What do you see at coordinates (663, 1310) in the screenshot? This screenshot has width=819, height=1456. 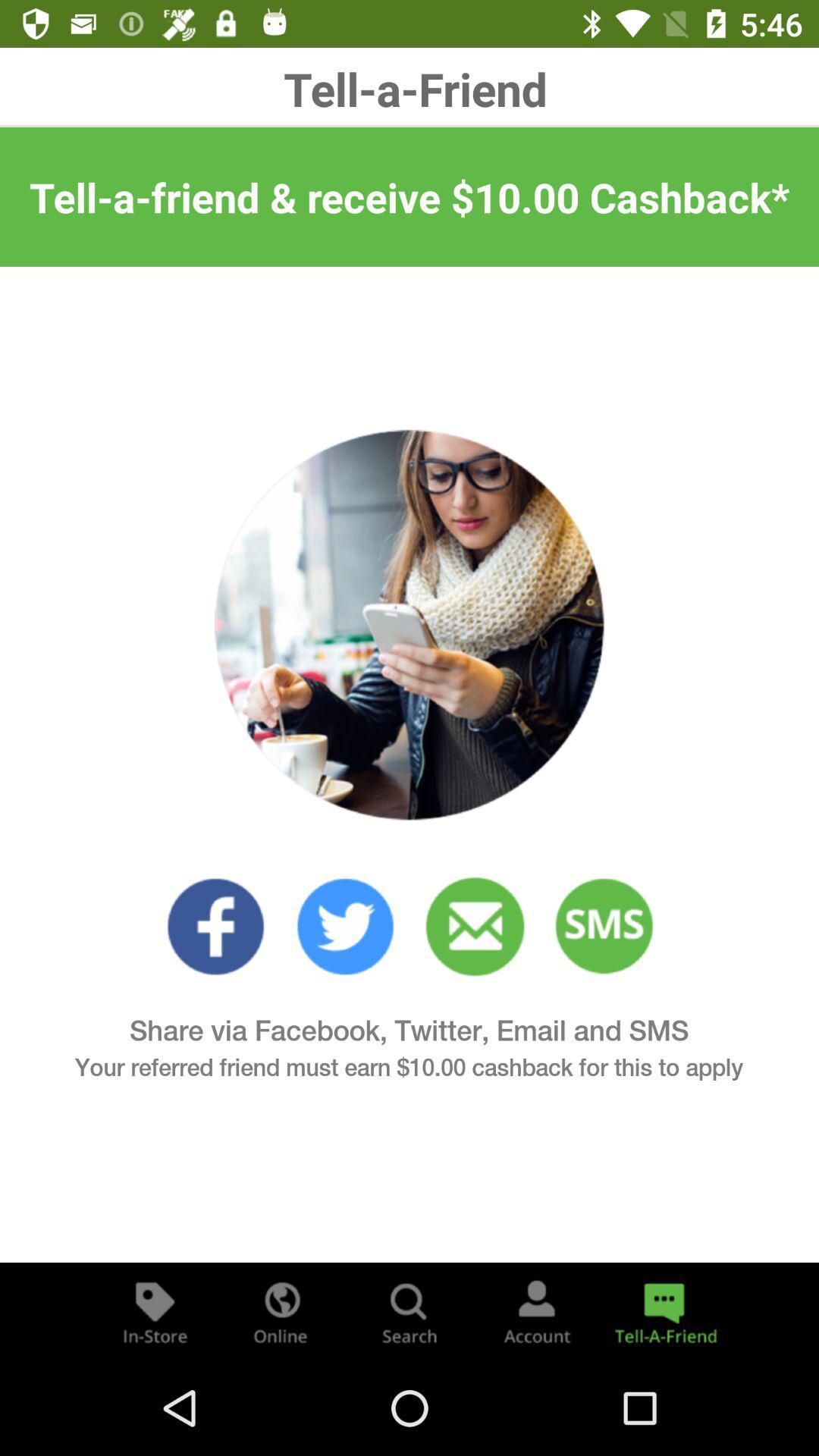 I see `chat window` at bounding box center [663, 1310].